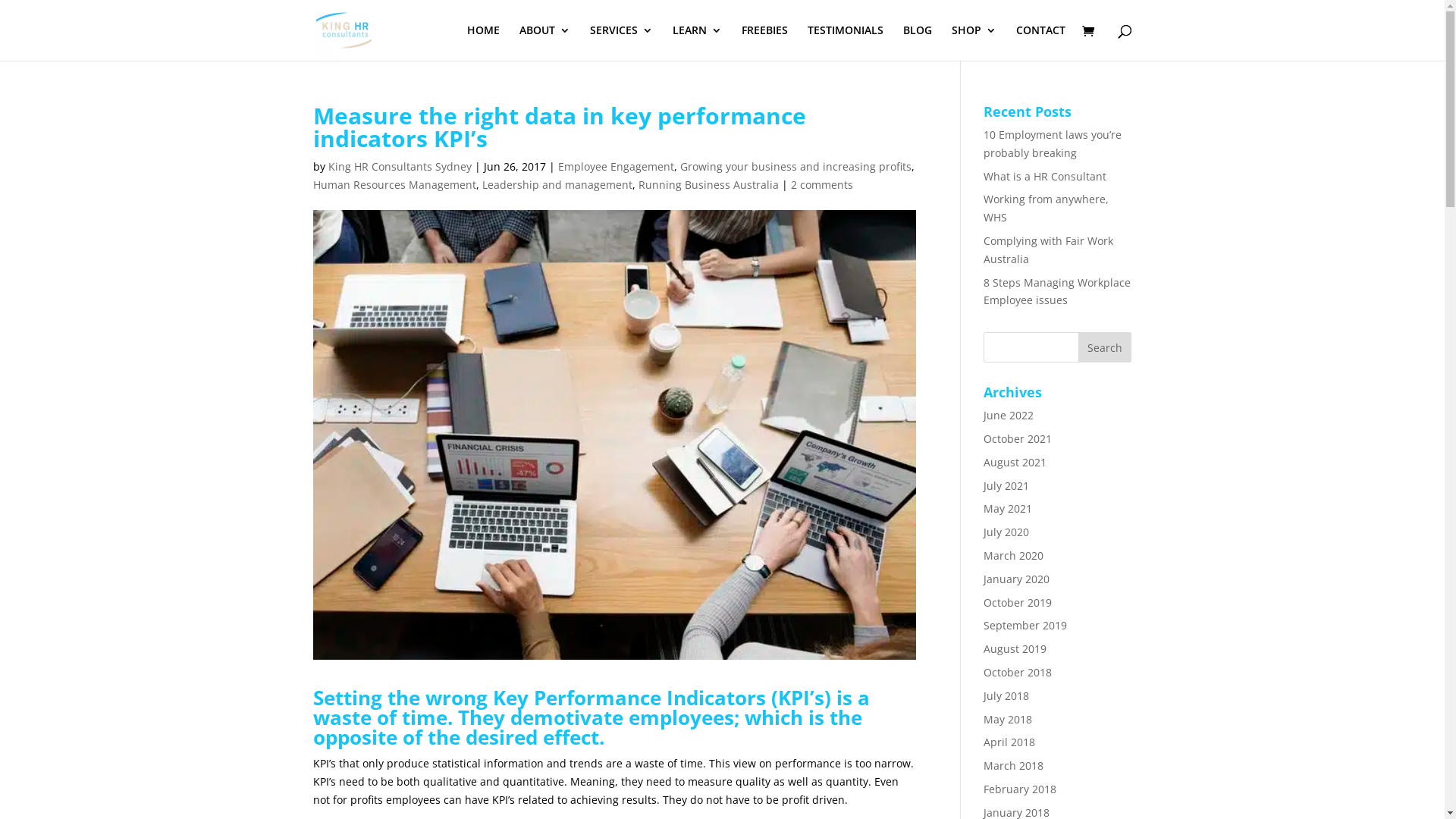  I want to click on 'July 2021', so click(1006, 485).